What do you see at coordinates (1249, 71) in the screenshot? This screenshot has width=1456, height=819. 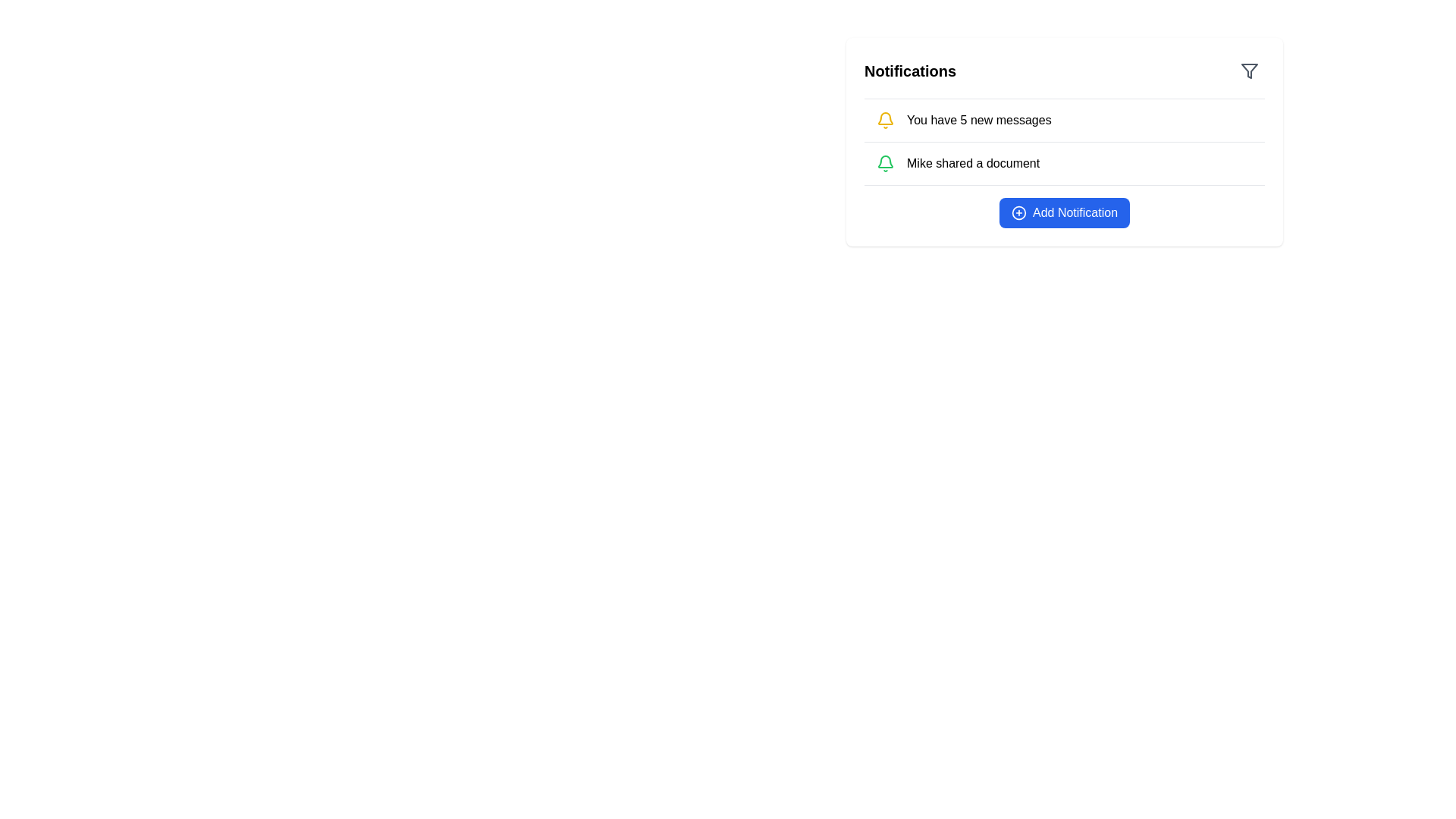 I see `the filter icon button located at the upper-right corner of the Notifications section` at bounding box center [1249, 71].